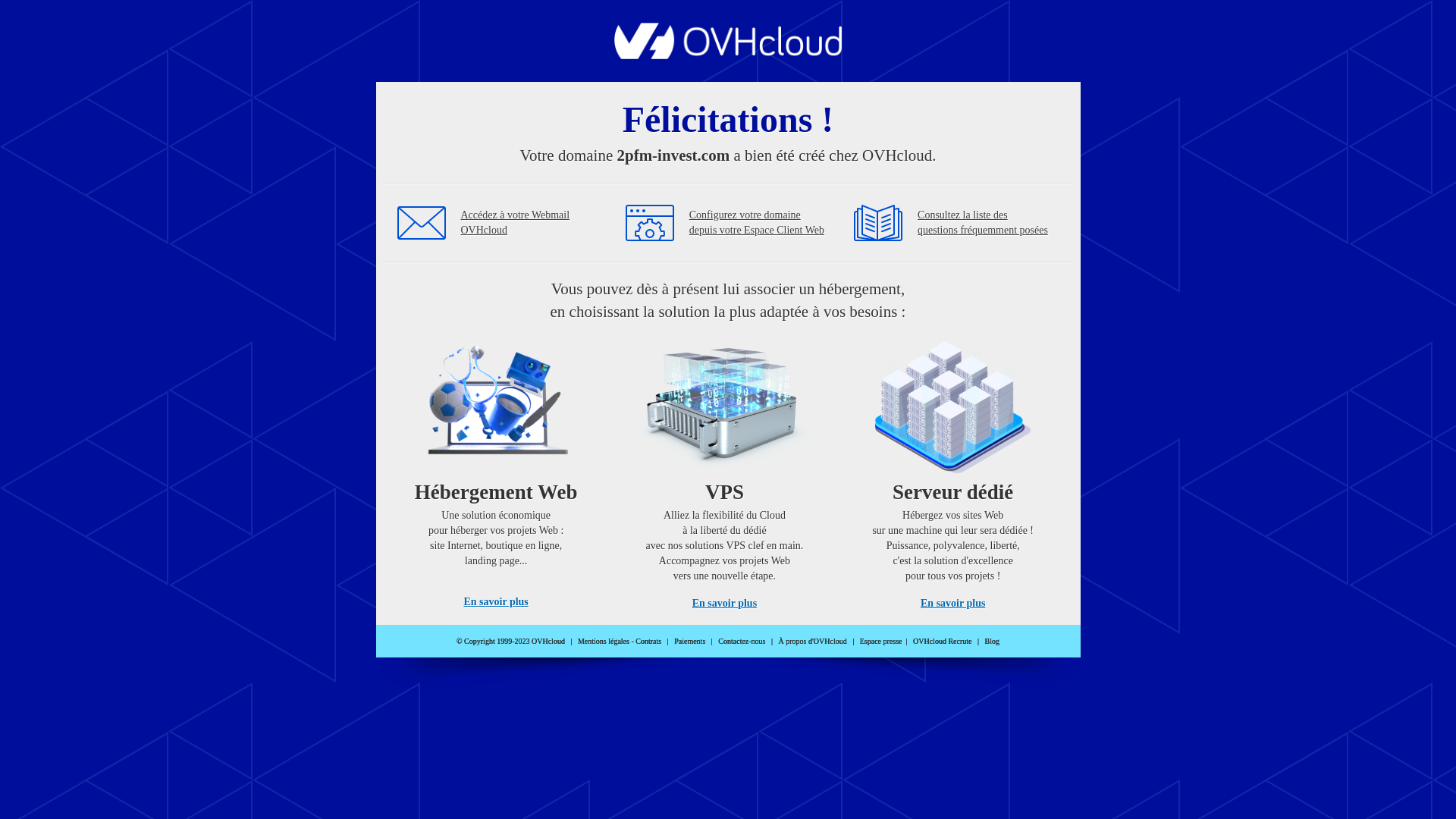  I want to click on 'Configurez votre domaine, so click(757, 222).